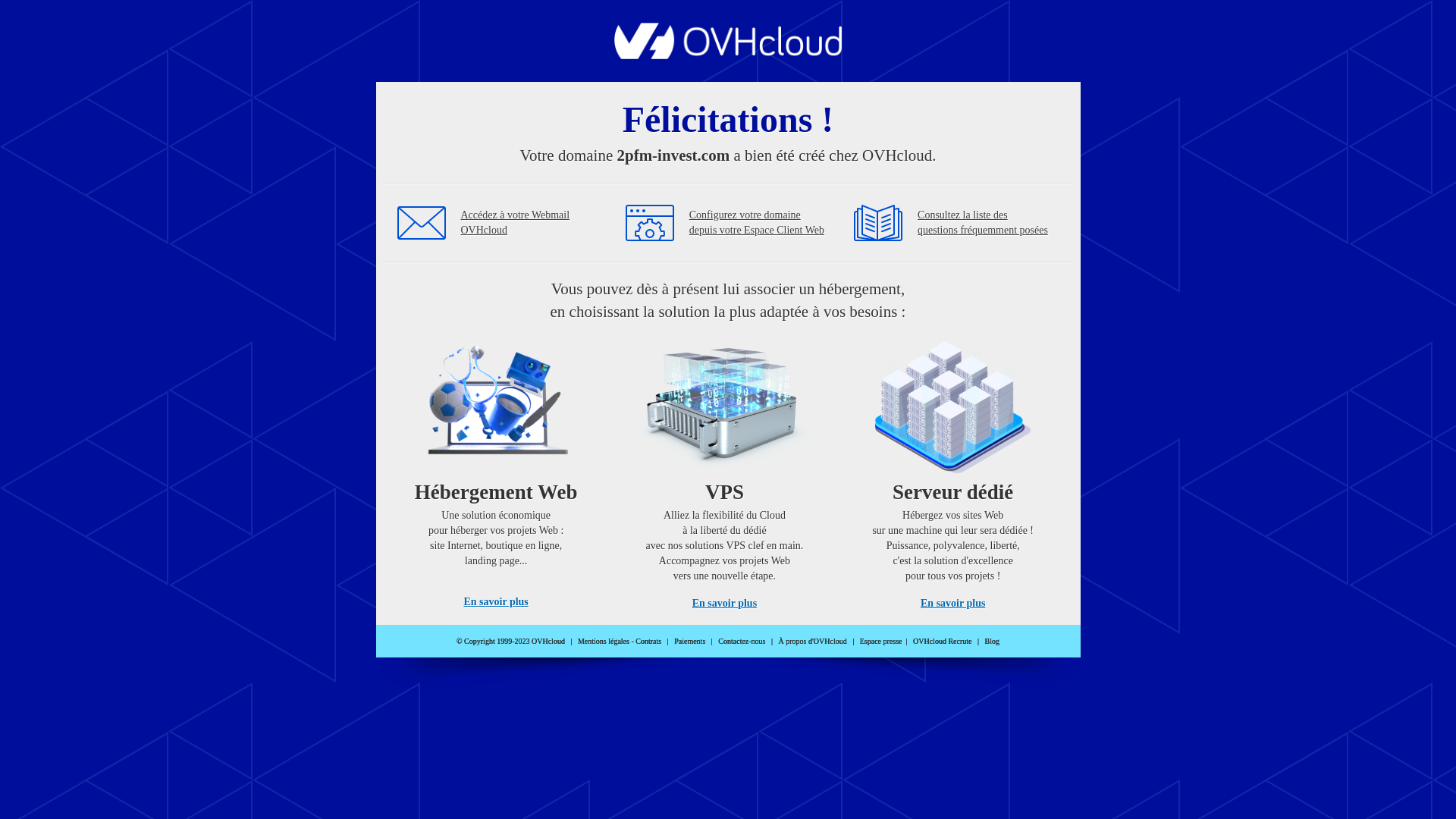  I want to click on 'Configurez votre domaine, so click(757, 222).